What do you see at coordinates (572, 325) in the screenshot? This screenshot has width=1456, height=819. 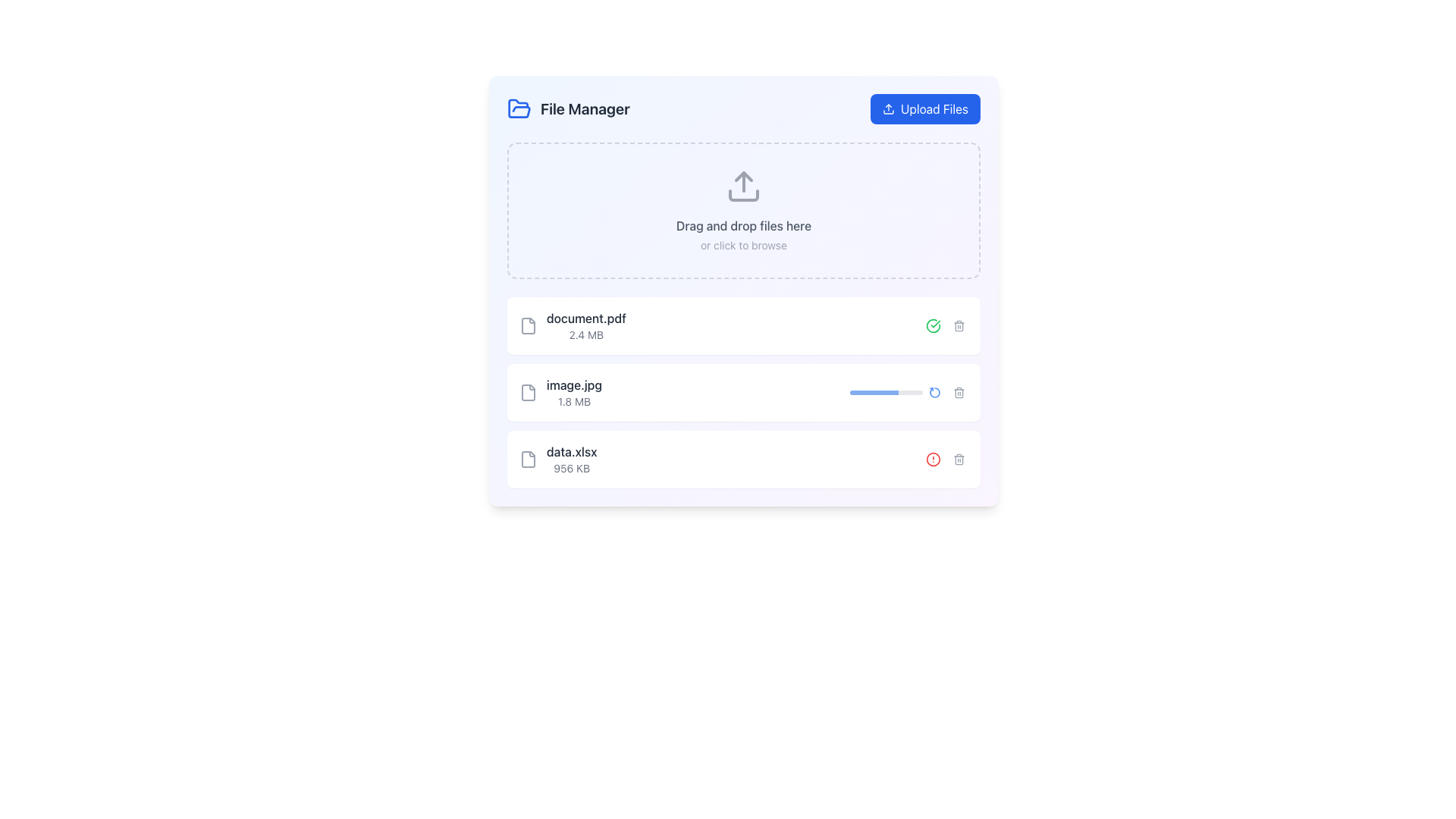 I see `text of the Label displaying 'document.pdf' with file size '2.4 MB', which is the first file entry in the File Manager interface` at bounding box center [572, 325].